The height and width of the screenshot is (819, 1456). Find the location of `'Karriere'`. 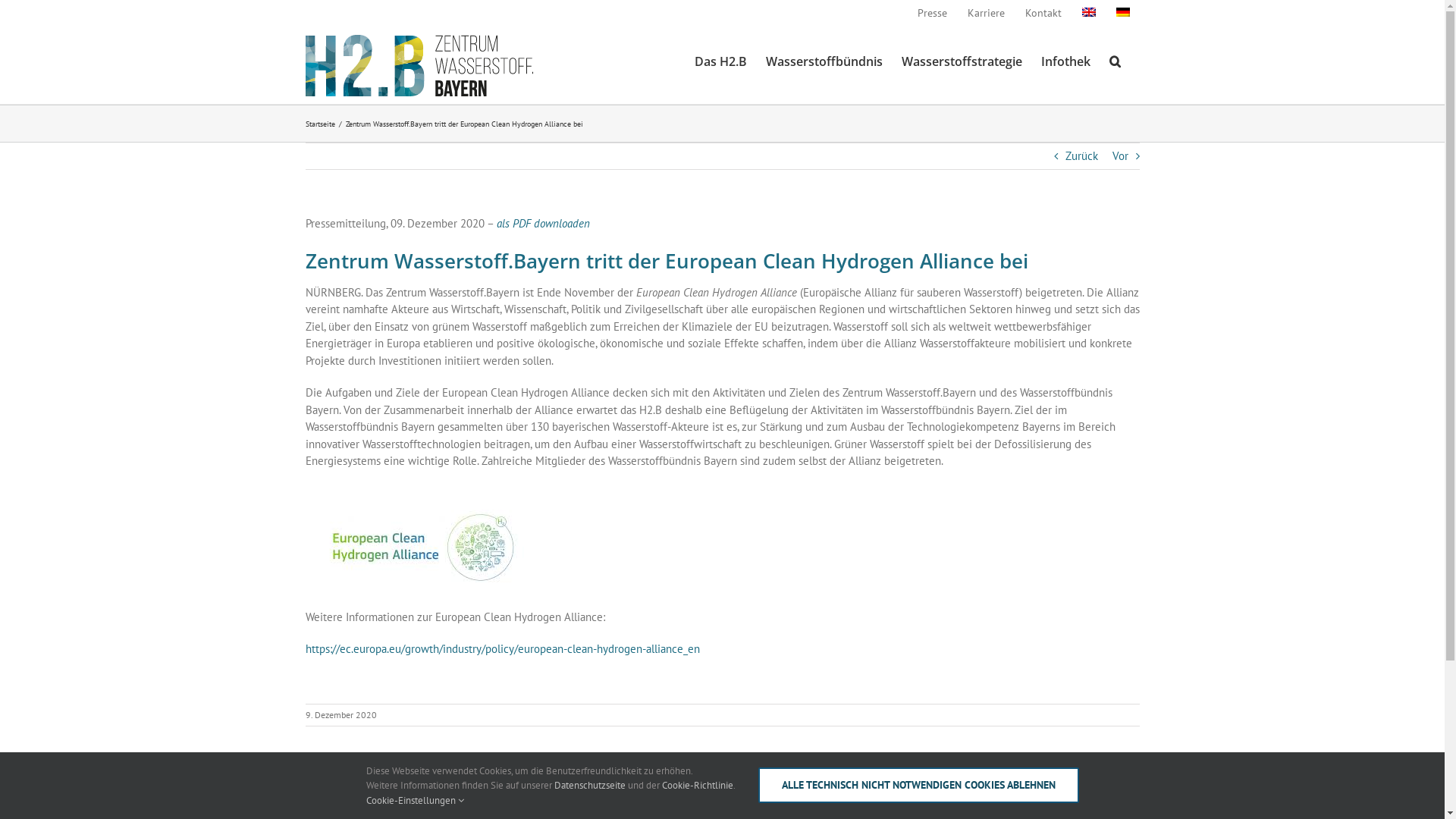

'Karriere' is located at coordinates (985, 13).